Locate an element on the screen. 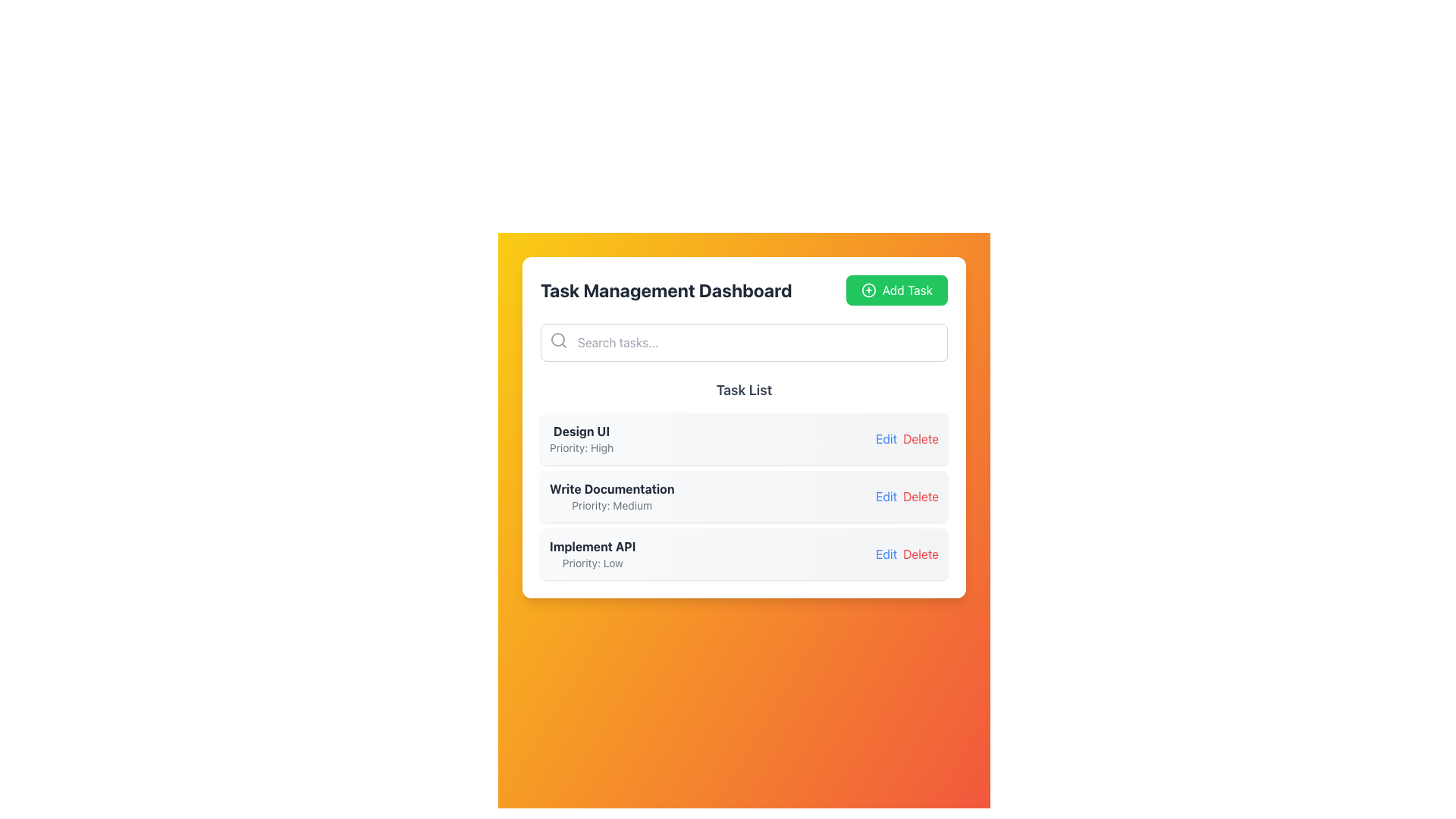  the text label displaying 'Implement API' with the smaller gray text 'Priority: Low' located in the third row of the task list area is located at coordinates (591, 554).